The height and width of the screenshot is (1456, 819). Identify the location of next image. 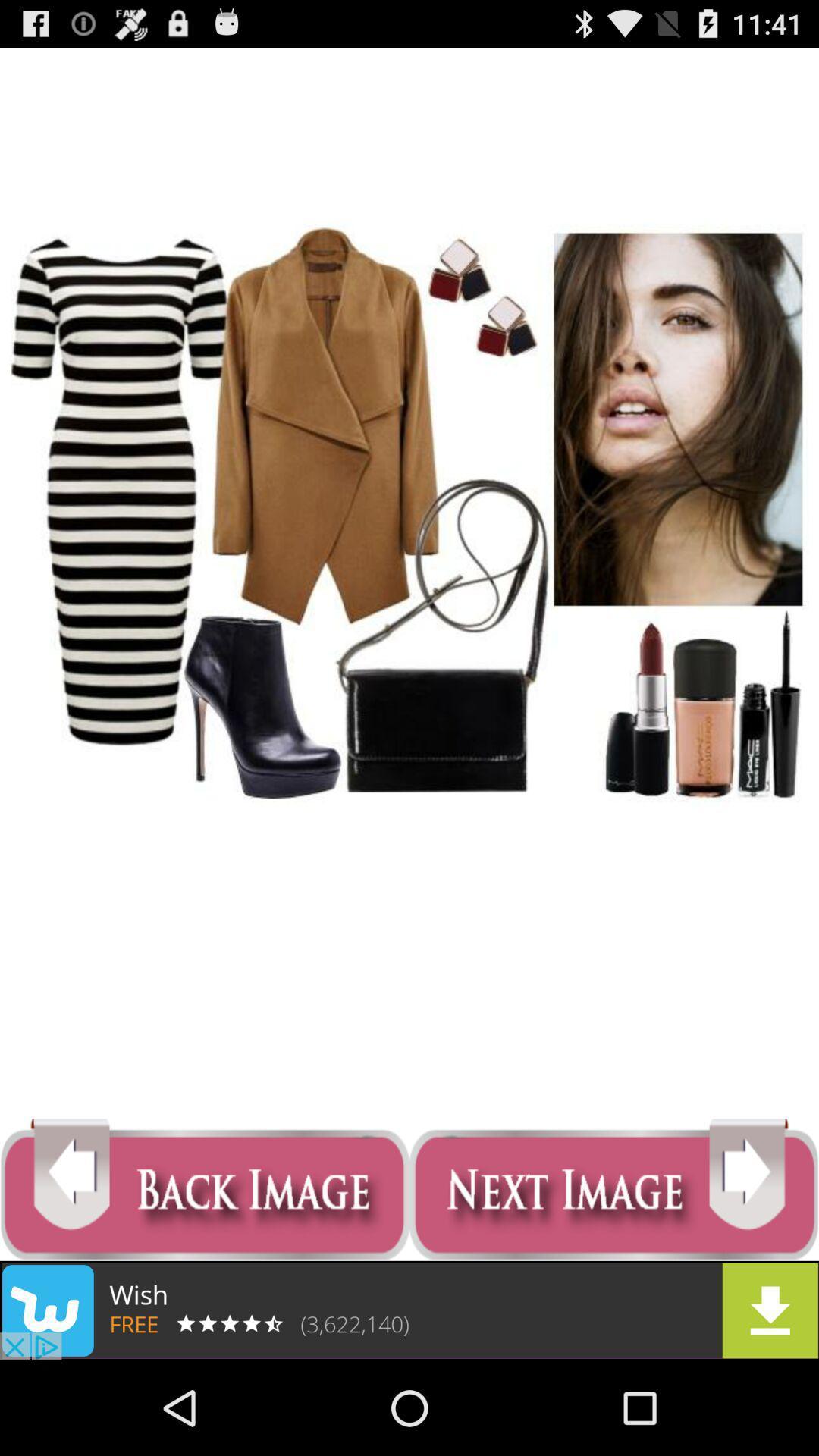
(614, 1189).